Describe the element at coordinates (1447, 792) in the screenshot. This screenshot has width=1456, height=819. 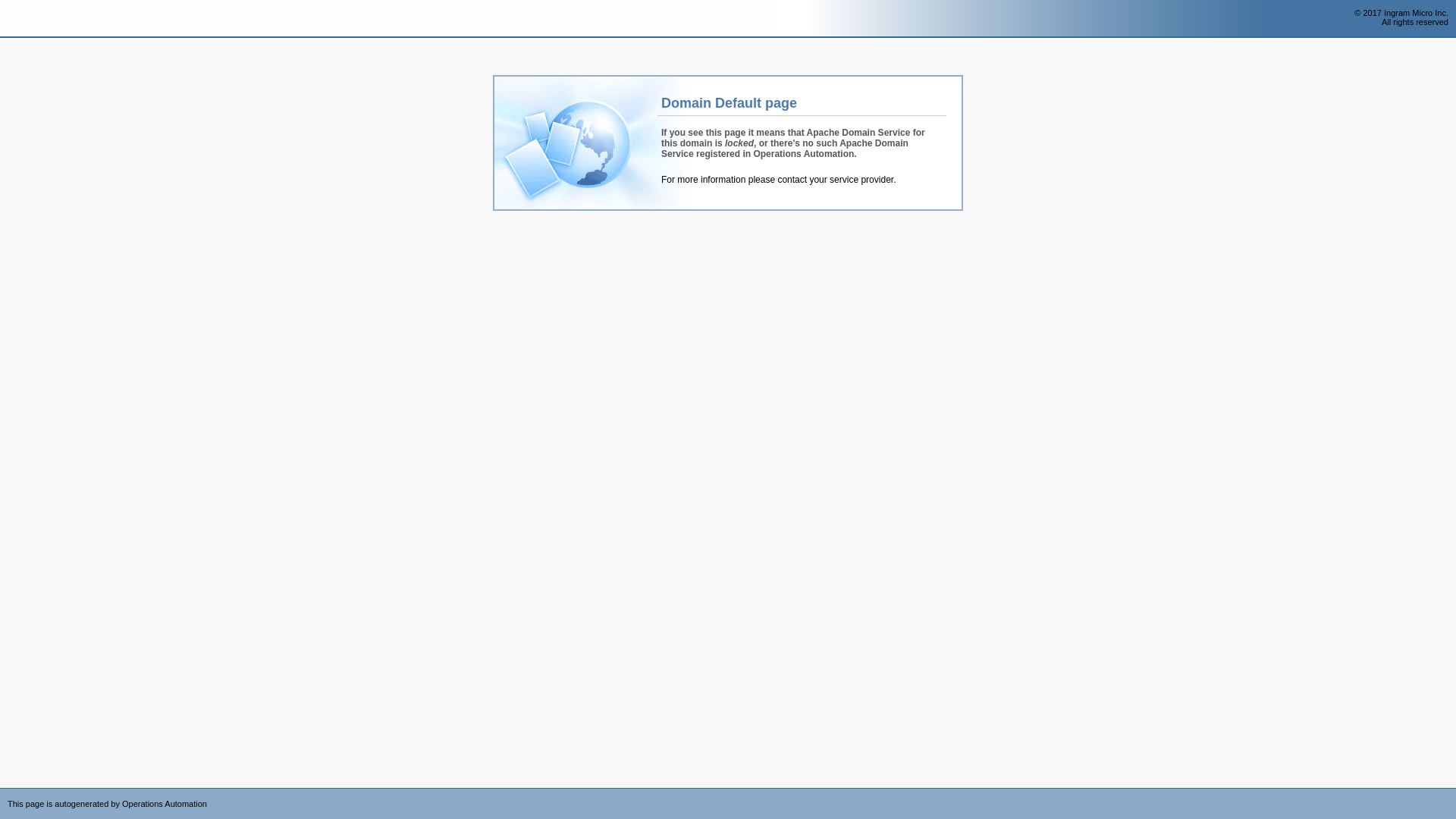
I see `'Powered by CloudBlue Commerce'` at that location.